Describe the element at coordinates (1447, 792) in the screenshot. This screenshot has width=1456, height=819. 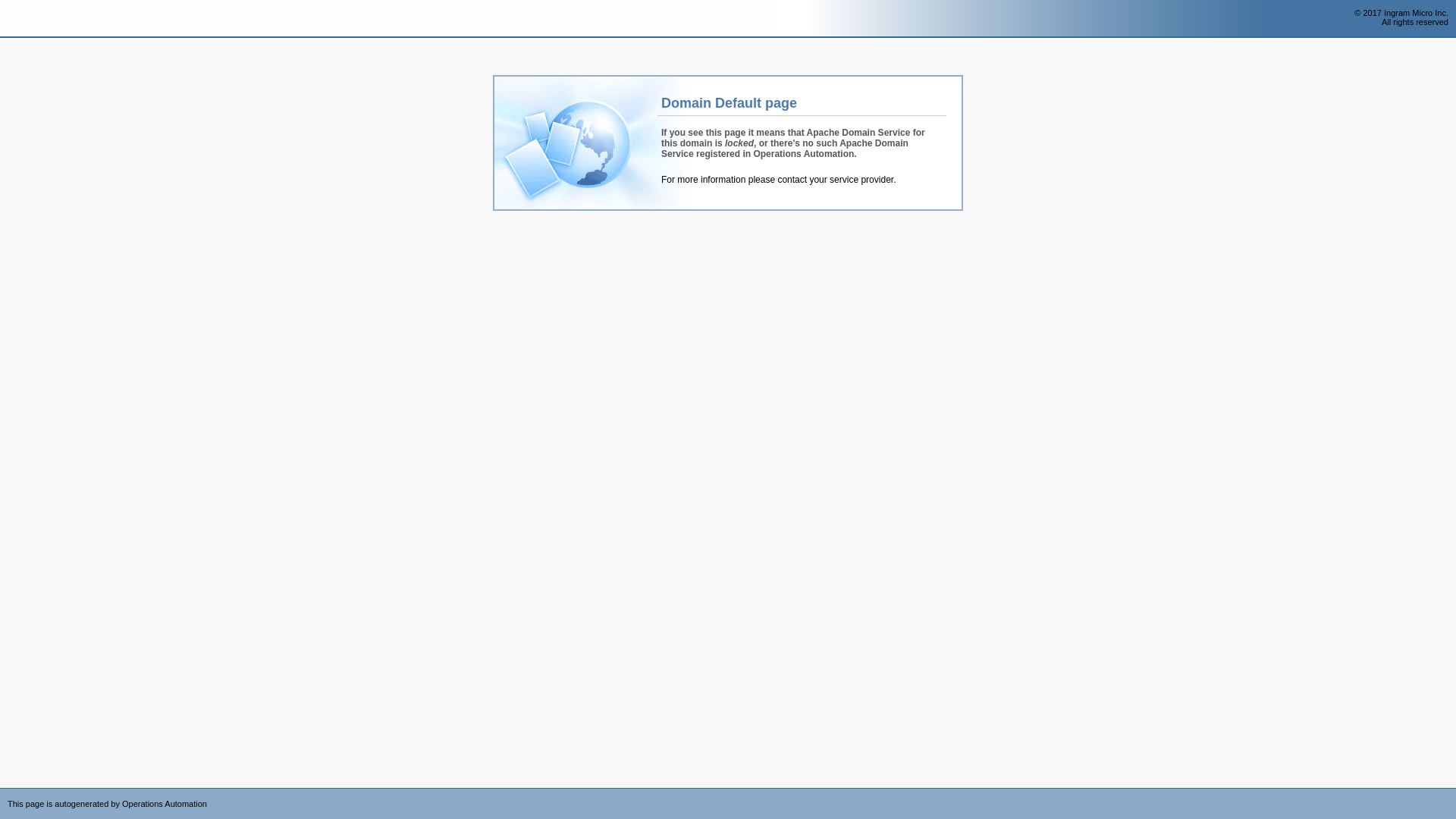
I see `'Powered by CloudBlue Commerce'` at that location.